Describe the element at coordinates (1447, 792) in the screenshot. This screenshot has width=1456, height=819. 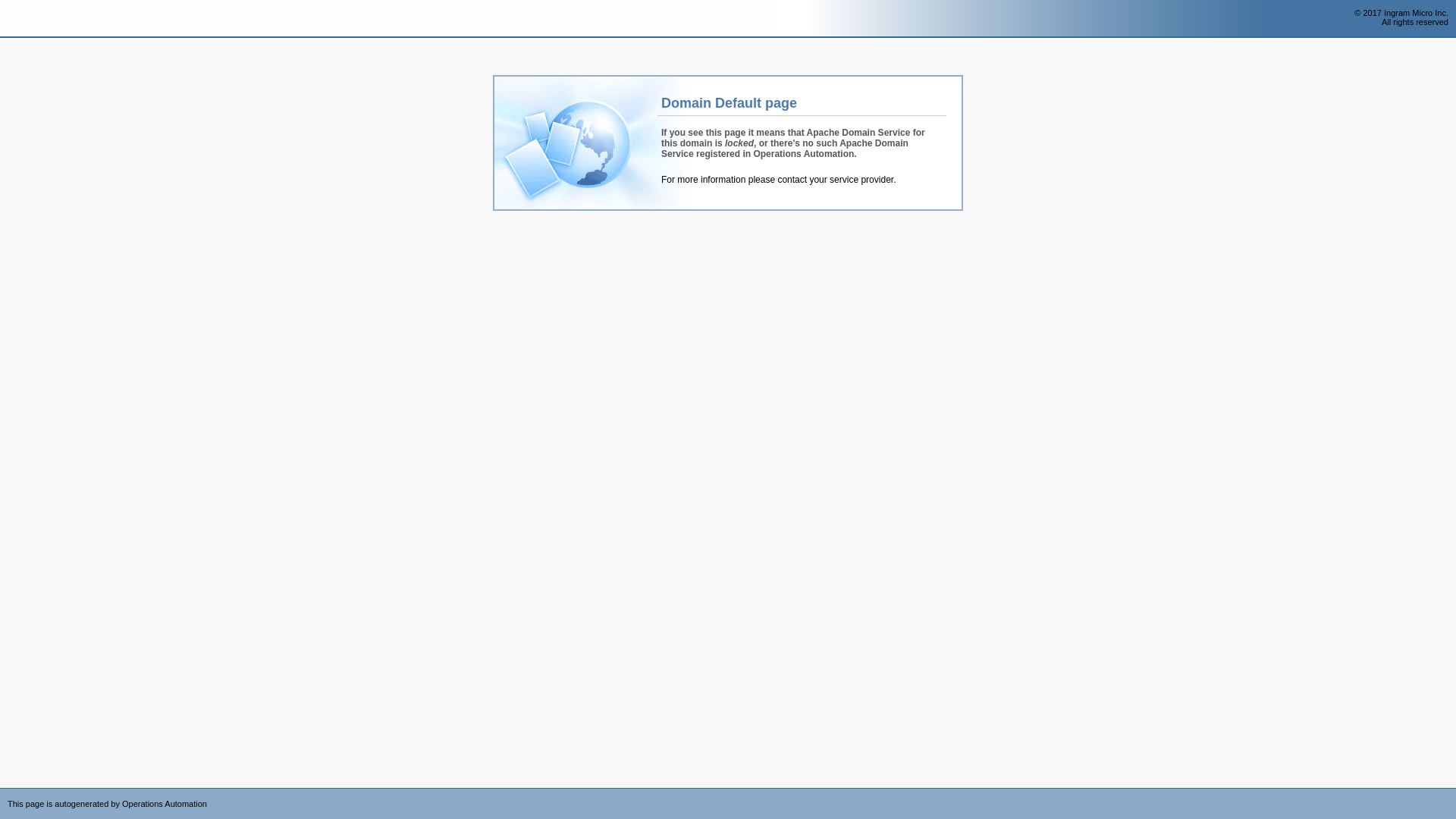
I see `'Powered by CloudBlue Commerce'` at that location.